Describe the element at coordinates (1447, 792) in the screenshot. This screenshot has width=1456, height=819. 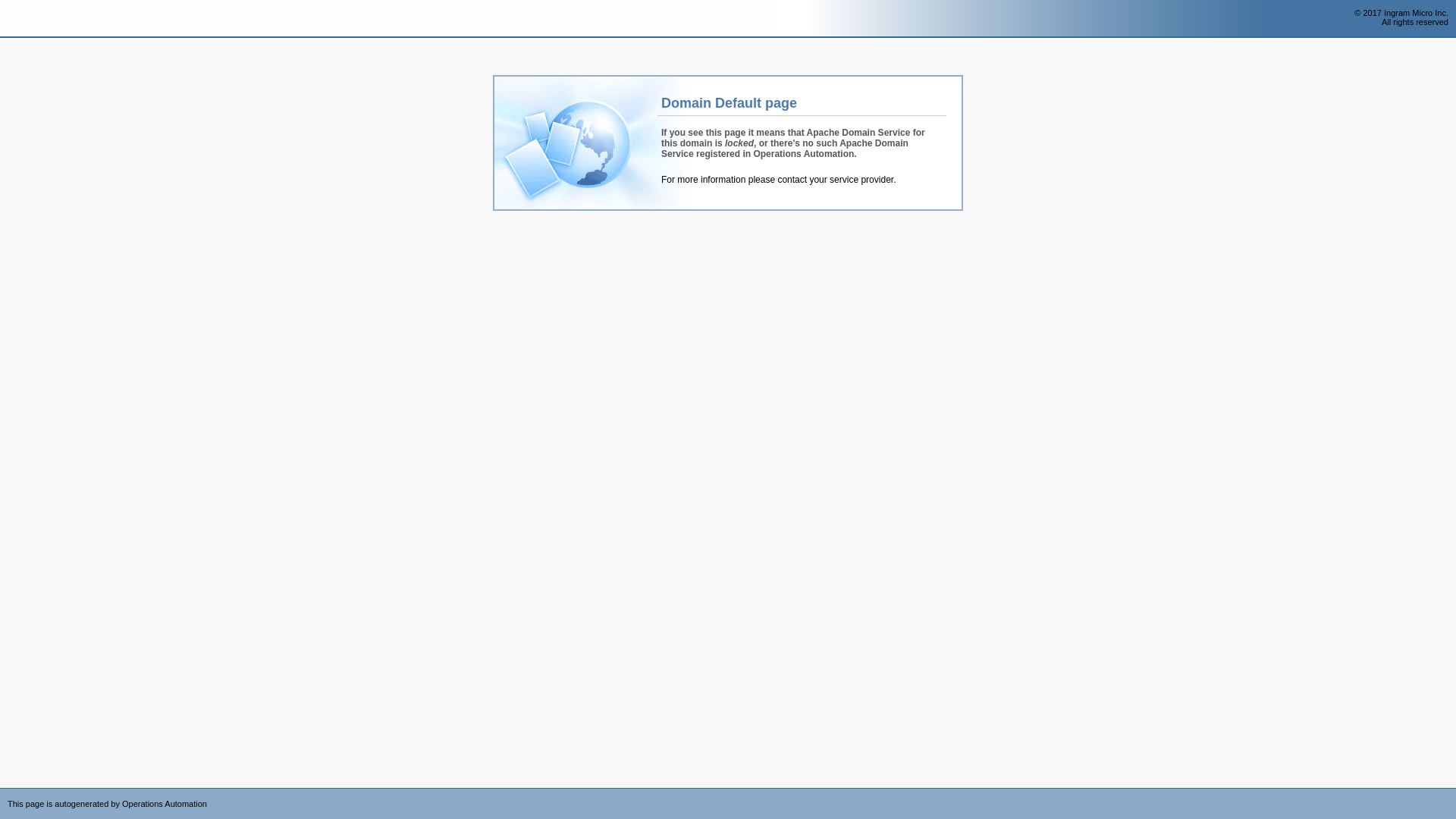
I see `'Powered by CloudBlue Commerce'` at that location.